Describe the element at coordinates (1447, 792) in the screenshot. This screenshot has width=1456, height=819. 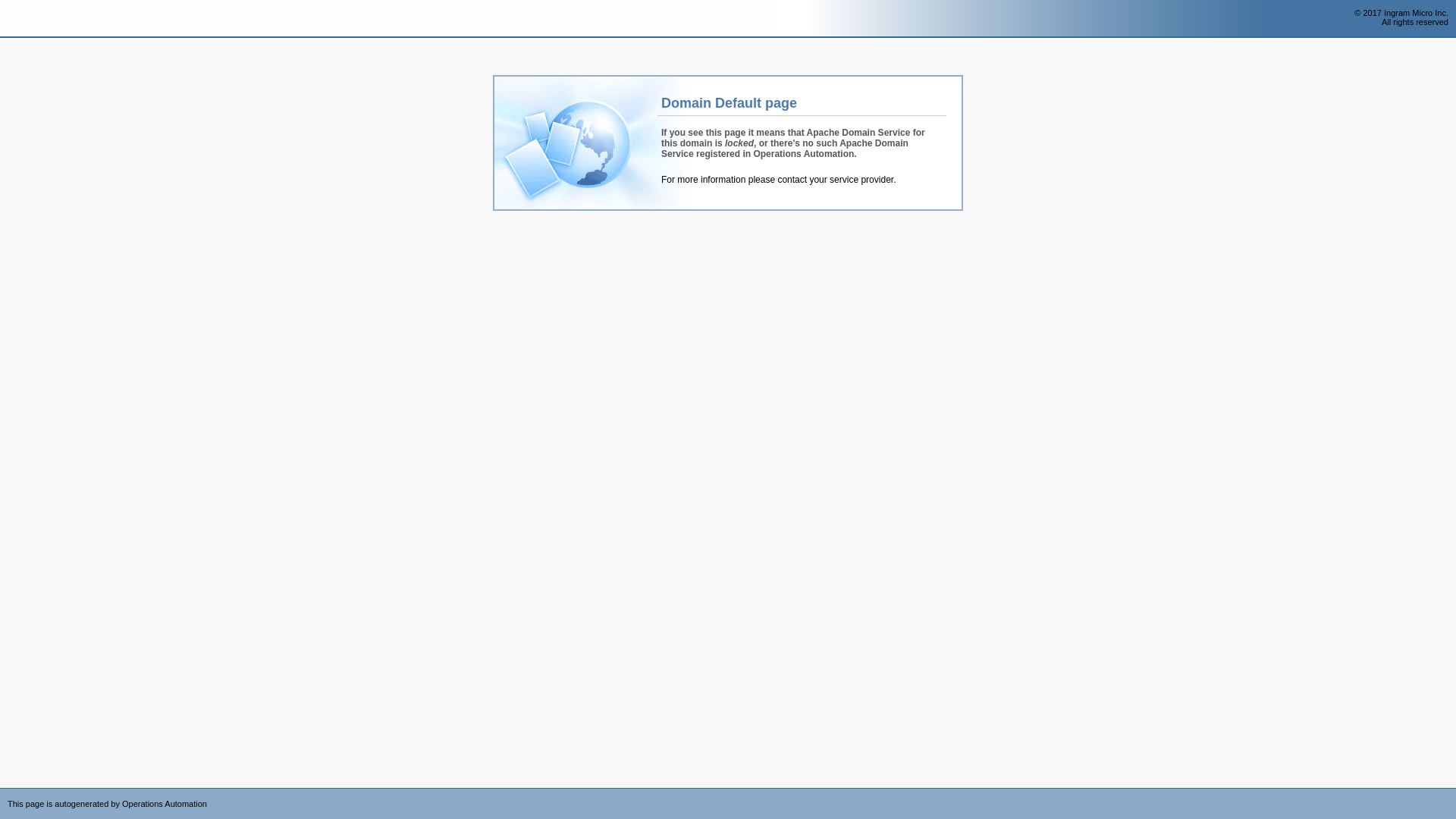
I see `'Powered by CloudBlue Commerce'` at that location.